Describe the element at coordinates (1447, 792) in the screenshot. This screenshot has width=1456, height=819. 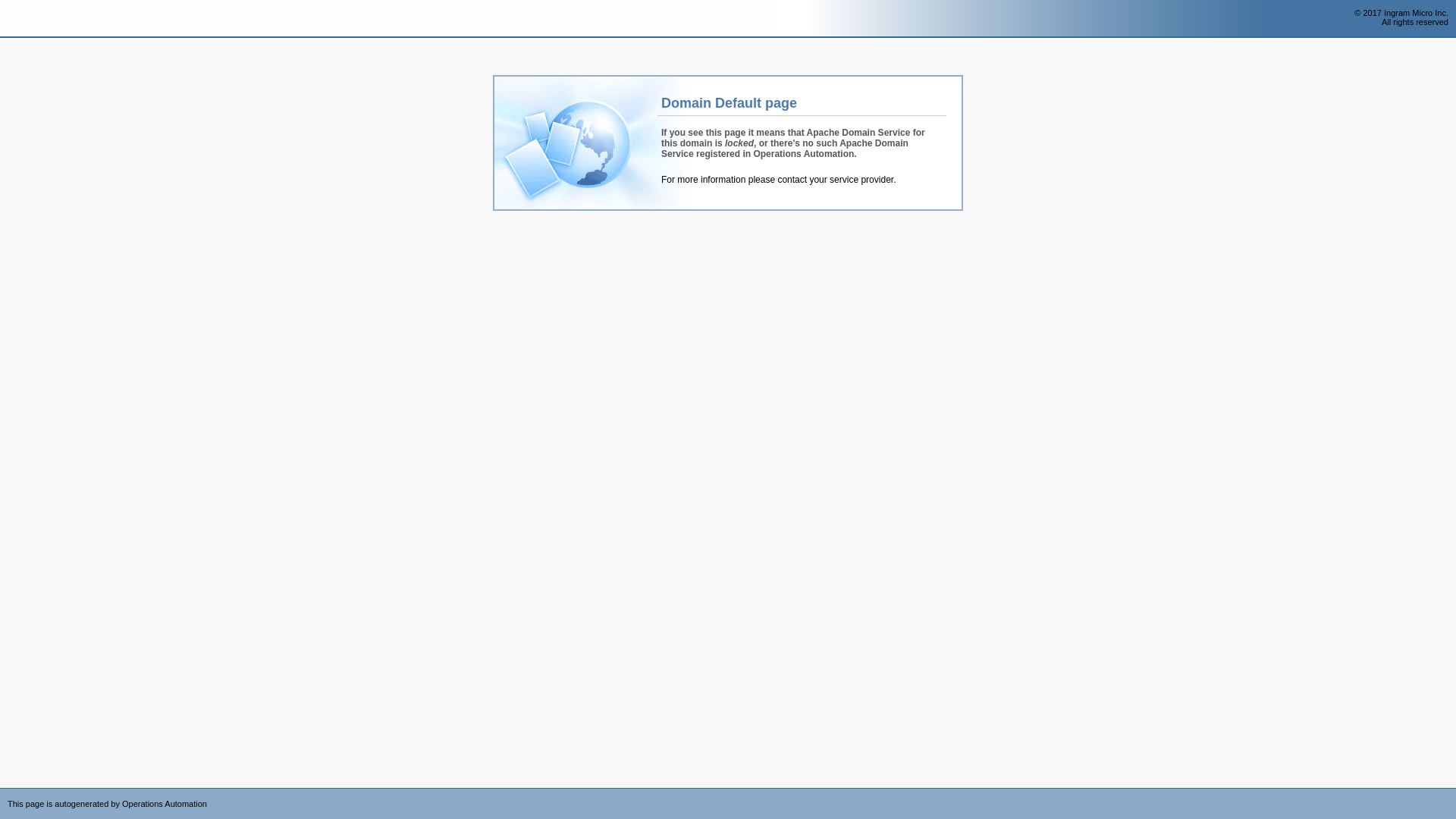
I see `'Powered by CloudBlue Commerce'` at that location.